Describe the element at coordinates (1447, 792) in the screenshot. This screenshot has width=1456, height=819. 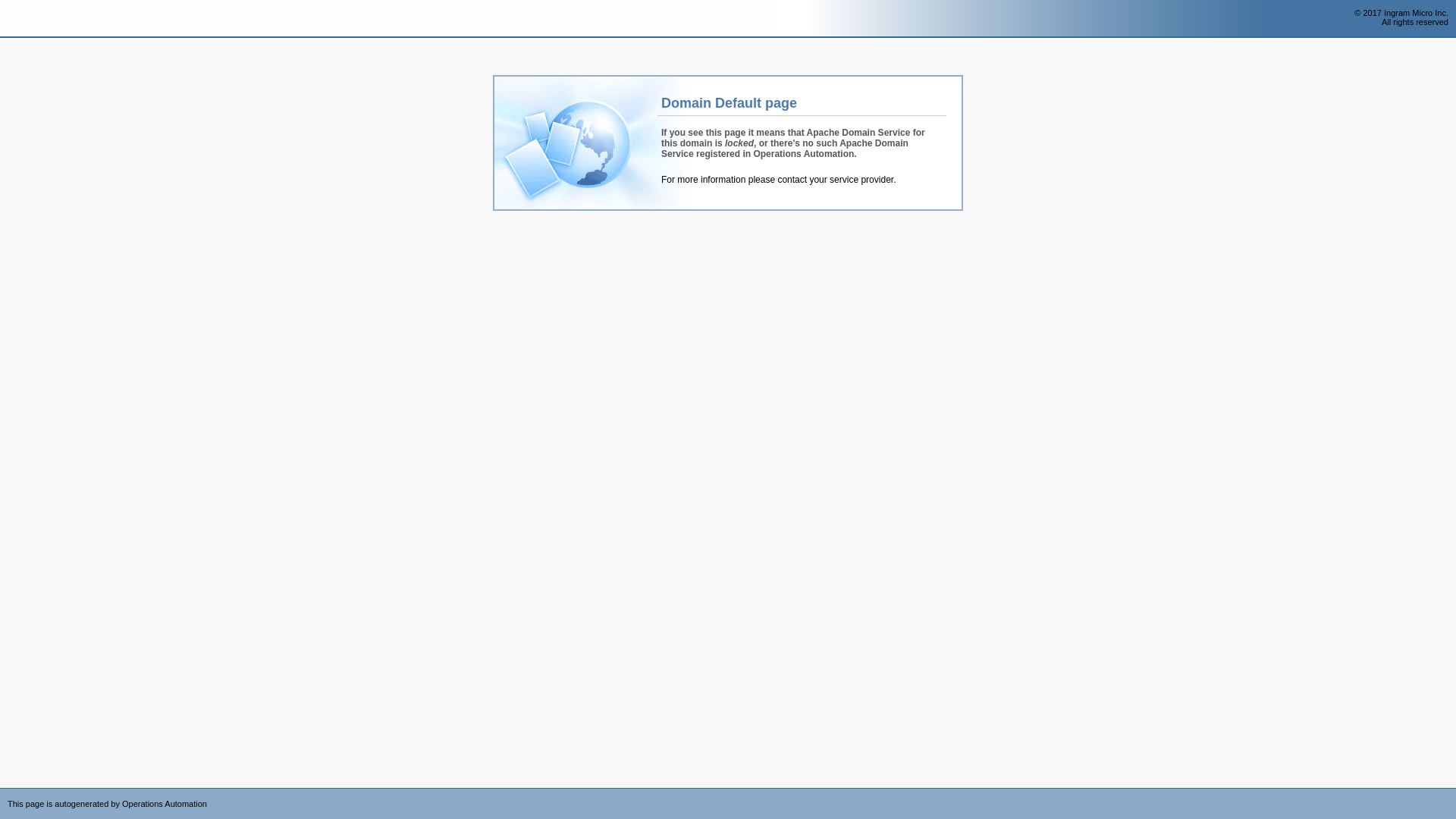
I see `'Powered by CloudBlue Commerce'` at that location.